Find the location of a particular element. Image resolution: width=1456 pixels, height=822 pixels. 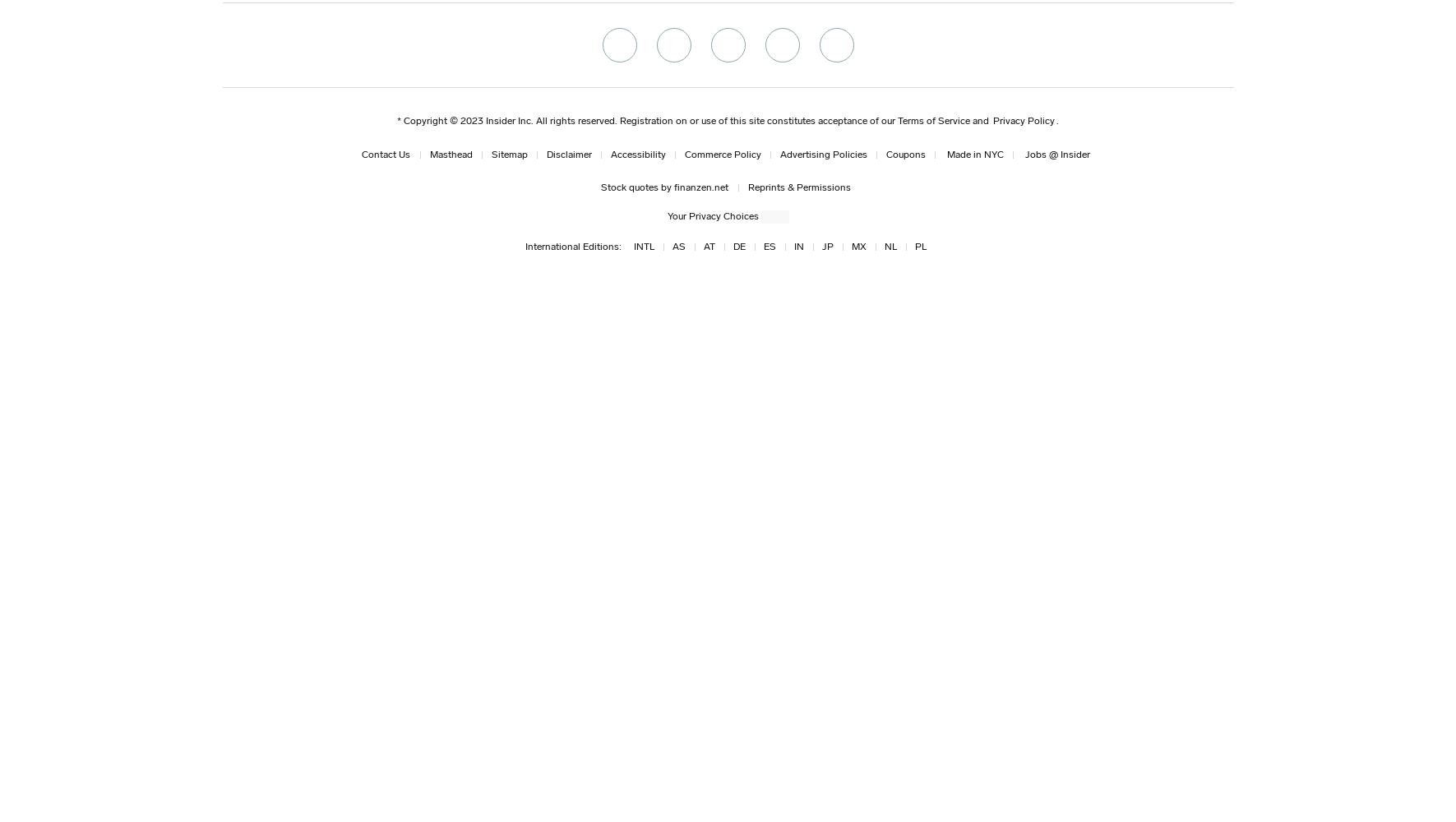

'Next, we see most of the remaining Avengers on the Benatar. Rocket is not wearing the jumpsuit he had on earlier, and the team is not wearing the spacesuits we saw in an earlier trailer. There's also no Hawkeye, Nebula, Ant-Man, or Tony in this shot. Are they somewhere else on the ship or taking care of a different mission? Black Widow has the same short, blond hair she had in "Infinity War." With this trailer and others showing longer, more red hair, does this take place soon after "Infinity War" with other parts of the movie happening much later? It has been pointed out that Tony's hair looks a lot grayer in some shots. Could the team be going to both space and the Quantum Realm? The movie is three hours long, so there's definitely time for both. We get a voiceover of Thanos saying:' is located at coordinates (529, 476).